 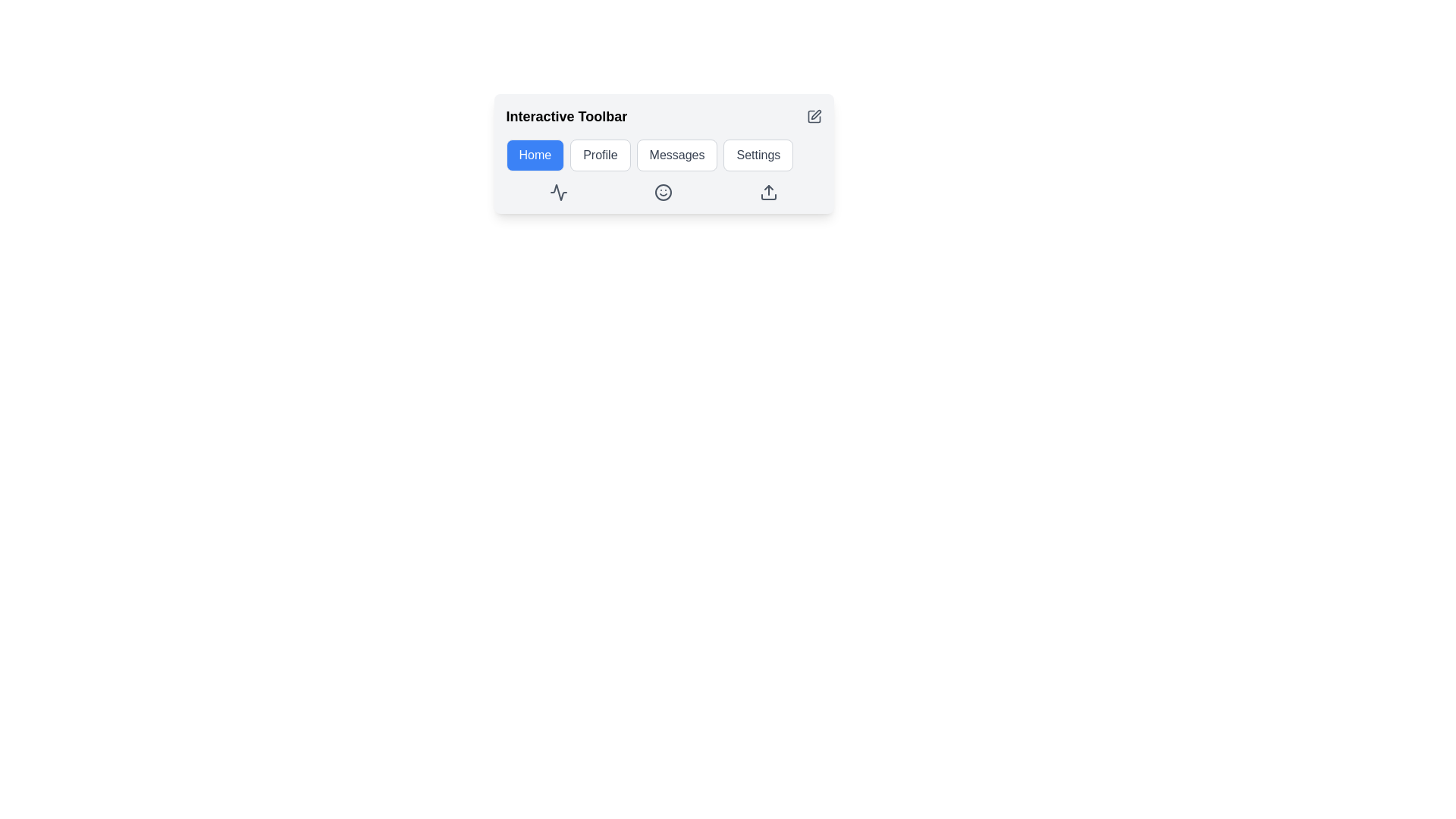 What do you see at coordinates (664, 155) in the screenshot?
I see `the 'Messages' button in the navigation toolbar` at bounding box center [664, 155].